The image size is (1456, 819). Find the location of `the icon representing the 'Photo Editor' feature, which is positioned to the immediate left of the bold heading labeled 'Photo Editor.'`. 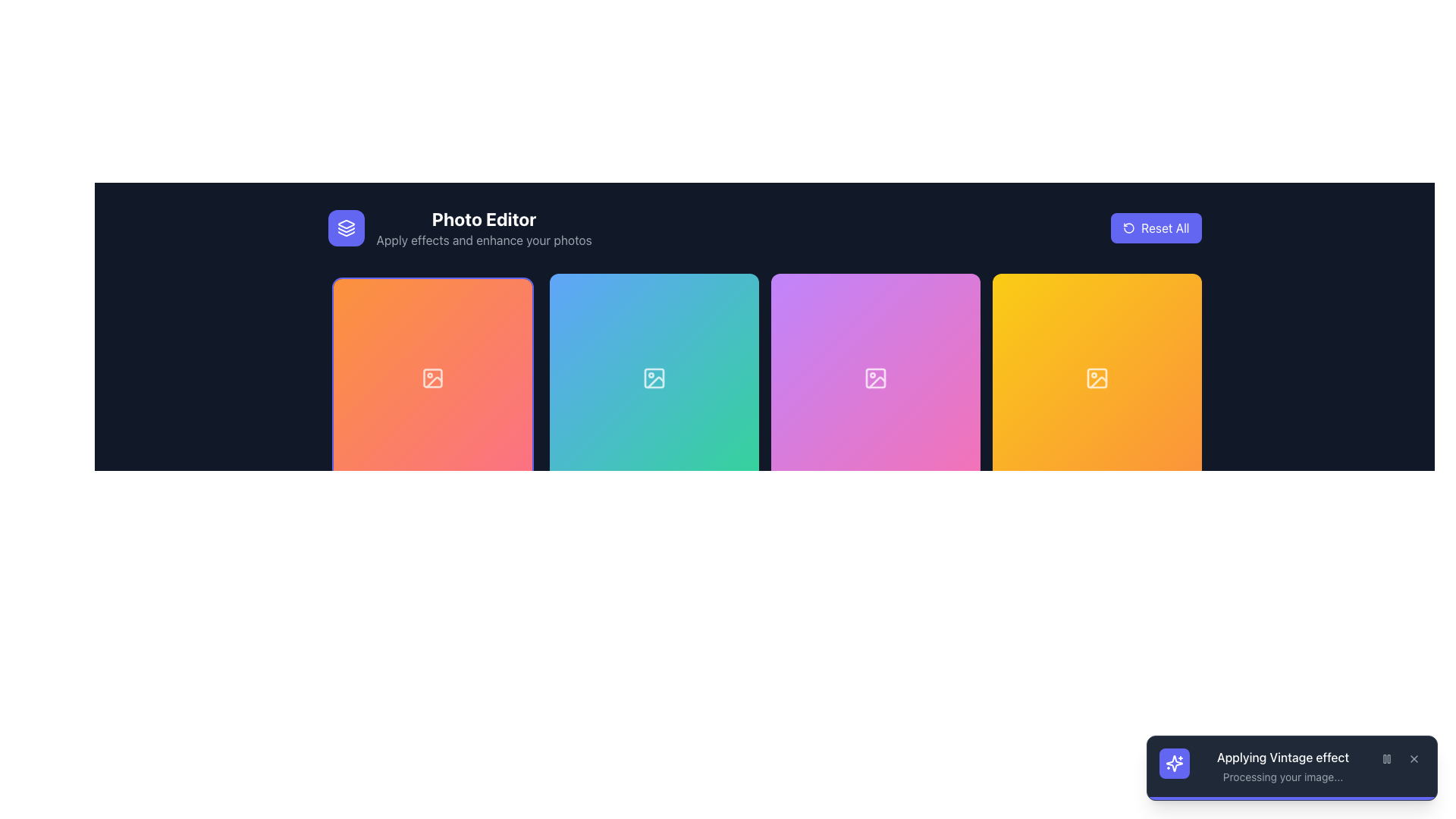

the icon representing the 'Photo Editor' feature, which is positioned to the immediate left of the bold heading labeled 'Photo Editor.' is located at coordinates (345, 227).